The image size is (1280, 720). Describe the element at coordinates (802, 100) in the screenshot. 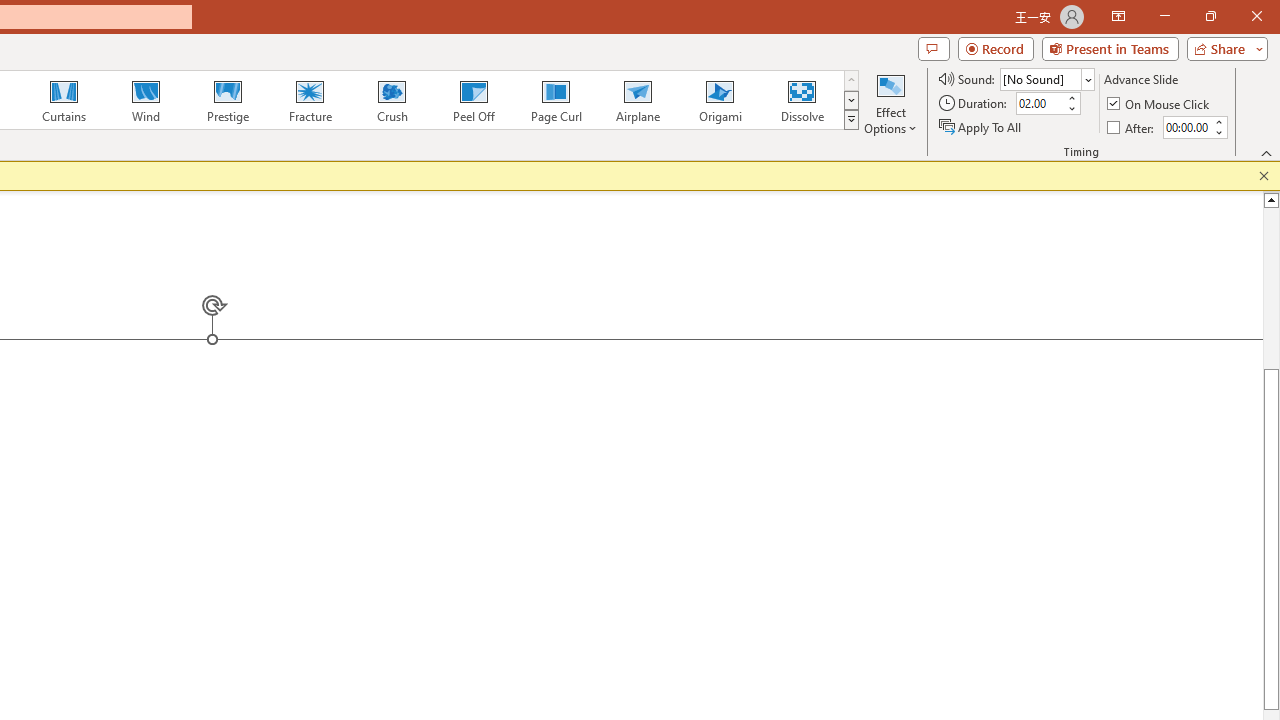

I see `'Dissolve'` at that location.